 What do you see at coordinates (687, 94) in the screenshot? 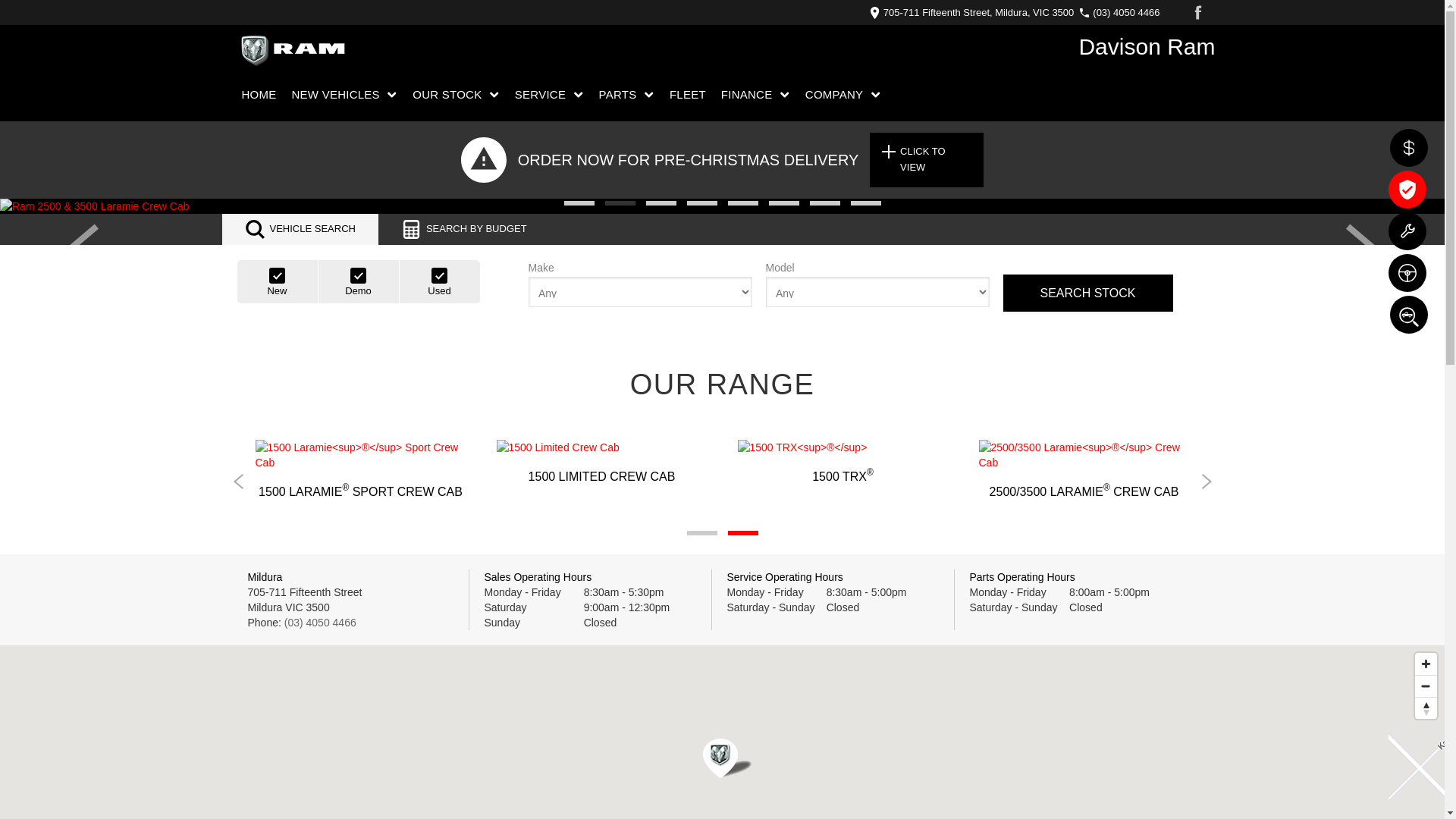
I see `'FLEET'` at bounding box center [687, 94].